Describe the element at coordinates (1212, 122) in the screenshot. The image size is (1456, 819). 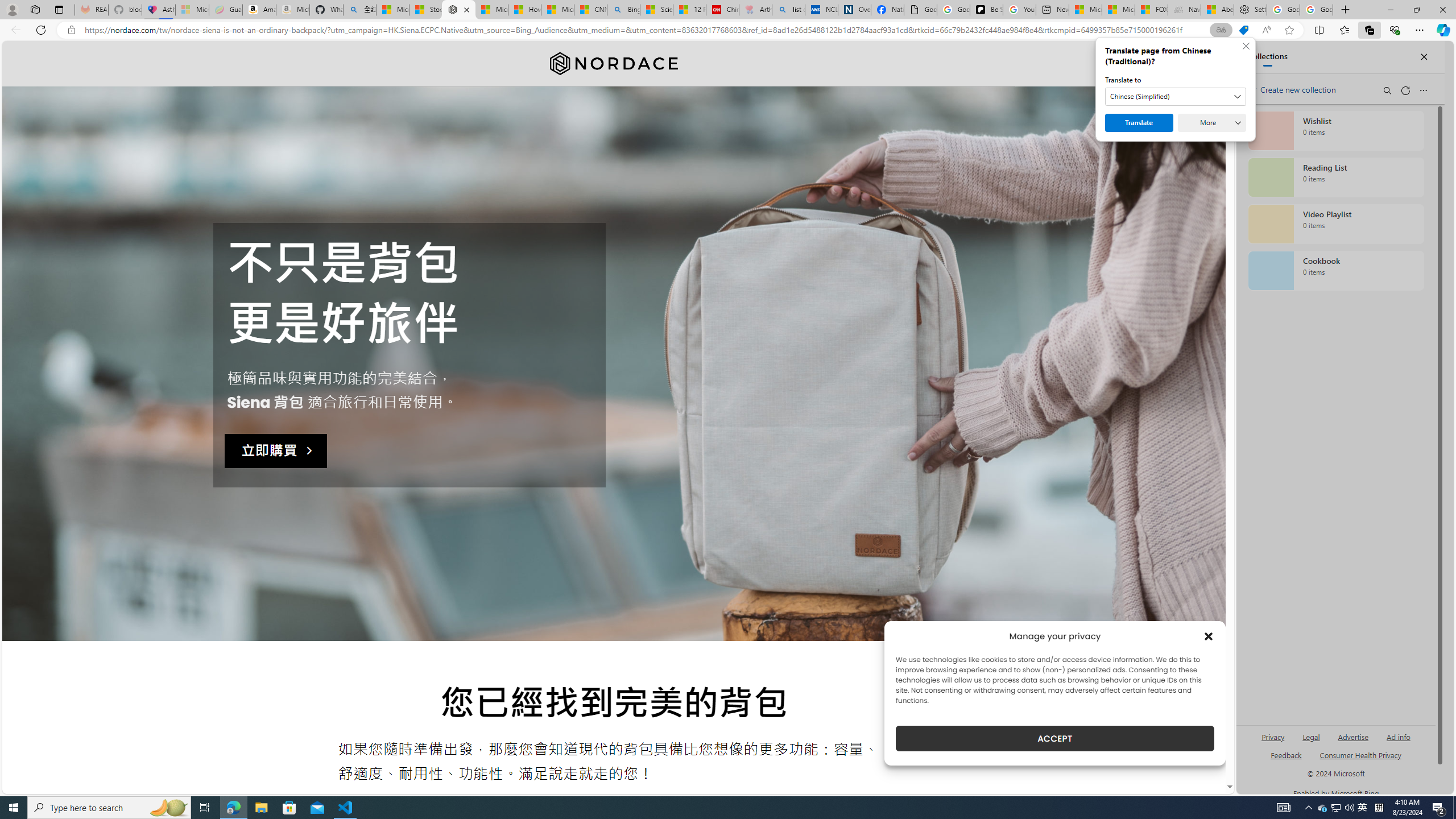
I see `'More'` at that location.